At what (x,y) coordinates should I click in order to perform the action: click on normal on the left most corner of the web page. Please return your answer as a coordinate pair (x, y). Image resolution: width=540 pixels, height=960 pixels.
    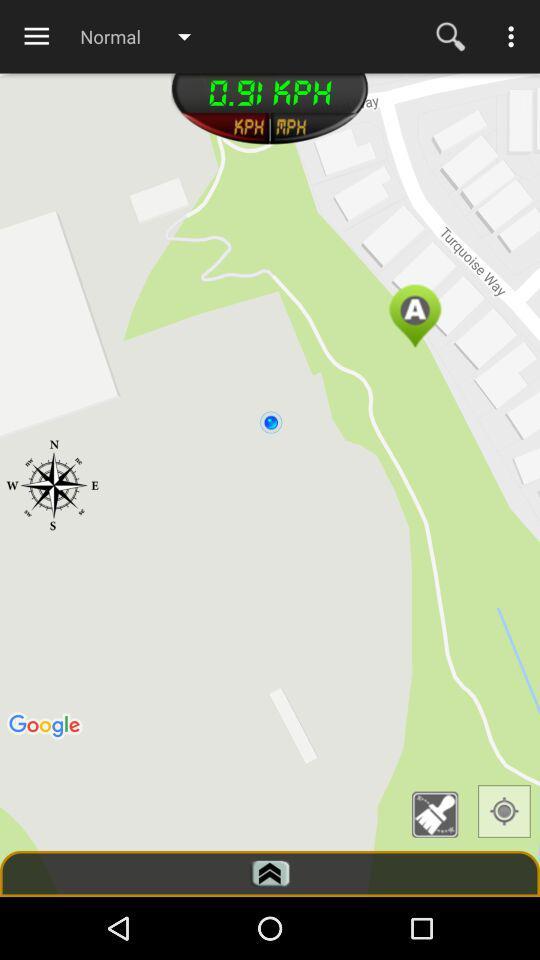
    Looking at the image, I should click on (143, 35).